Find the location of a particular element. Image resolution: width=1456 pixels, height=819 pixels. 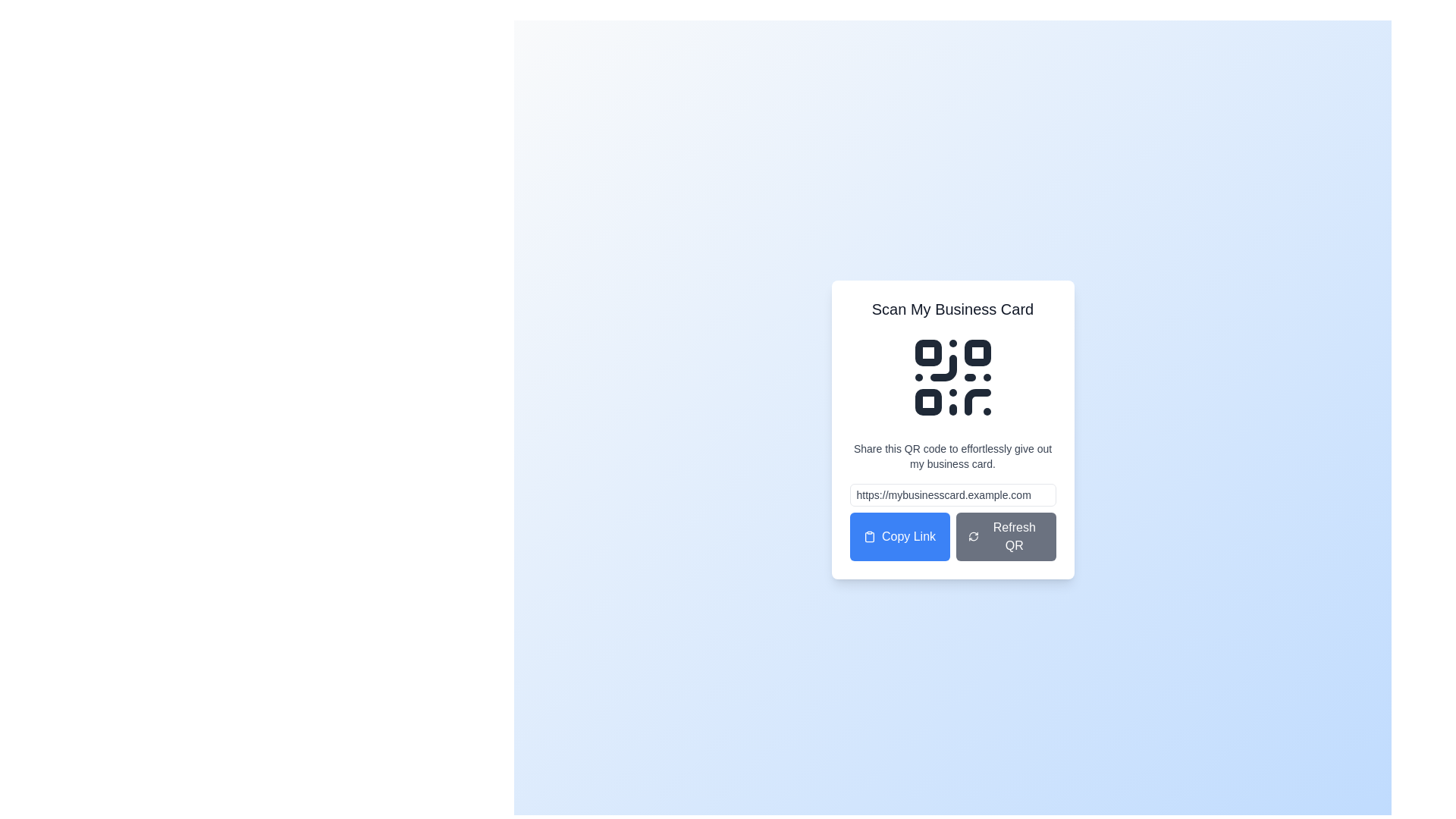

the second square in the first row of the QR code, which is a small, dark, square-shaped symbol with slightly rounded corners is located at coordinates (977, 353).